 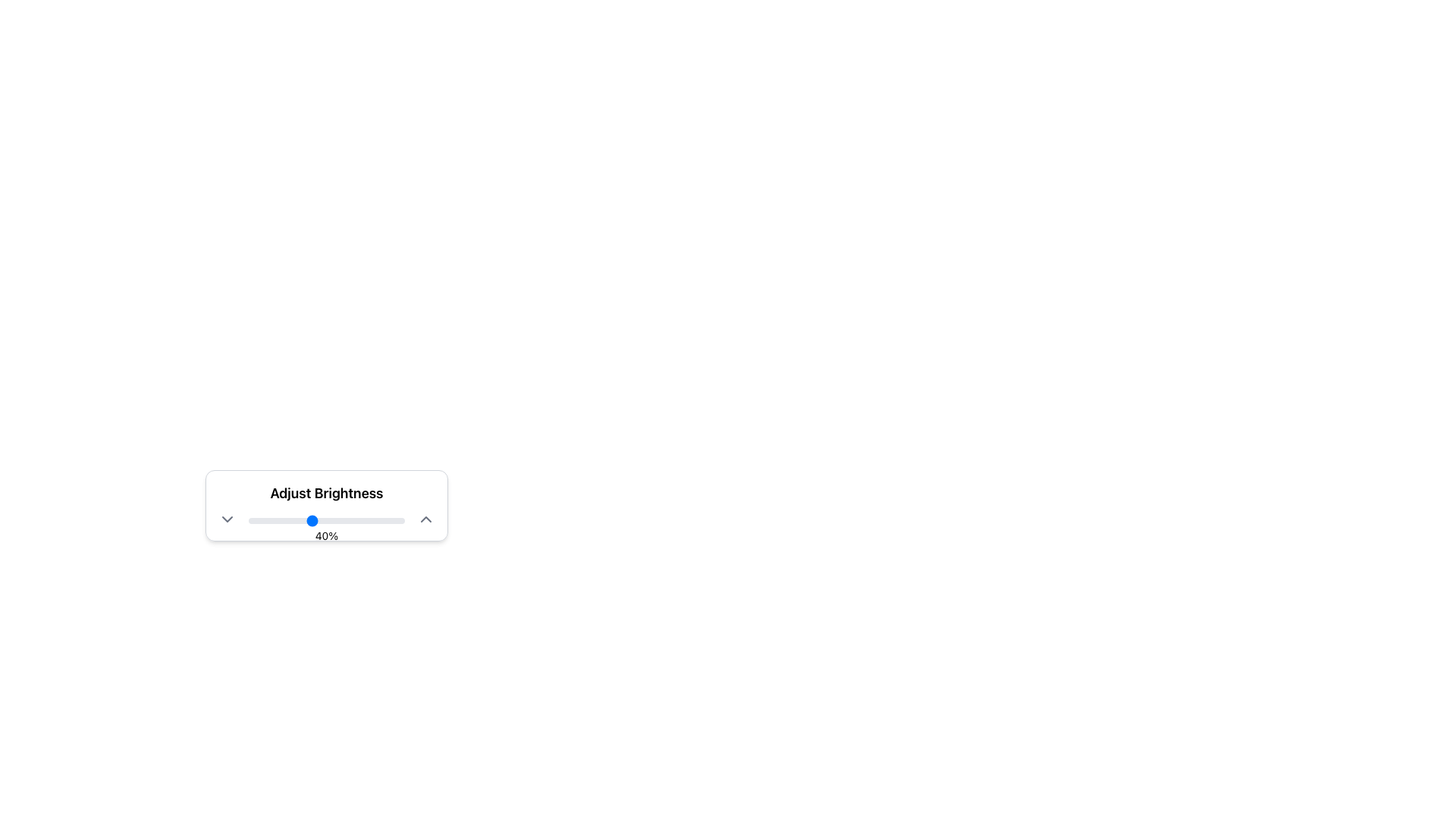 What do you see at coordinates (381, 519) in the screenshot?
I see `the brightness` at bounding box center [381, 519].